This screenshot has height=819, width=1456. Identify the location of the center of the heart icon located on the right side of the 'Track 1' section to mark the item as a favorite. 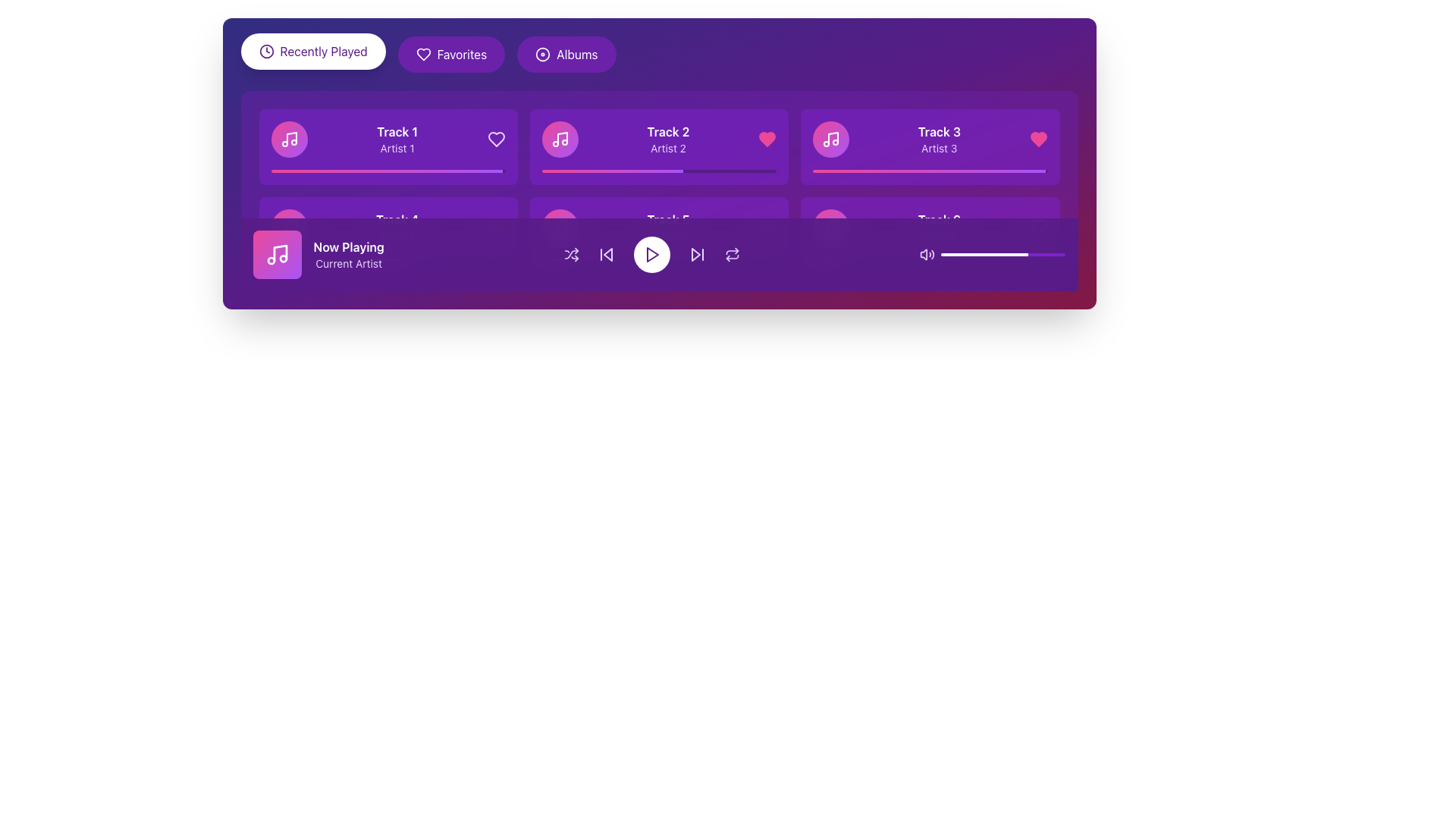
(496, 140).